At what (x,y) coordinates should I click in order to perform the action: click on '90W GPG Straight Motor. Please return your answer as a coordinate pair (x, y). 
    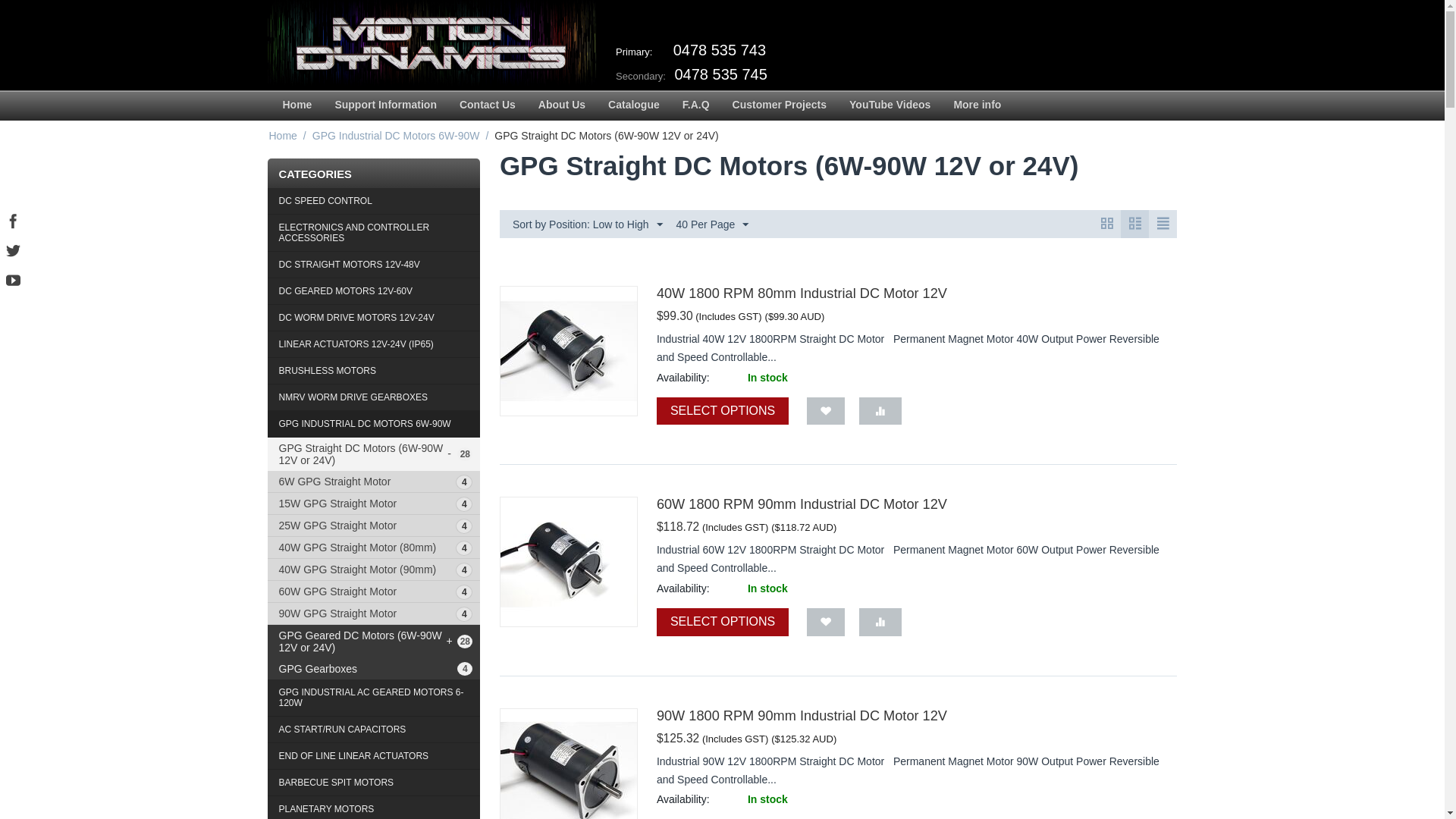
    Looking at the image, I should click on (373, 613).